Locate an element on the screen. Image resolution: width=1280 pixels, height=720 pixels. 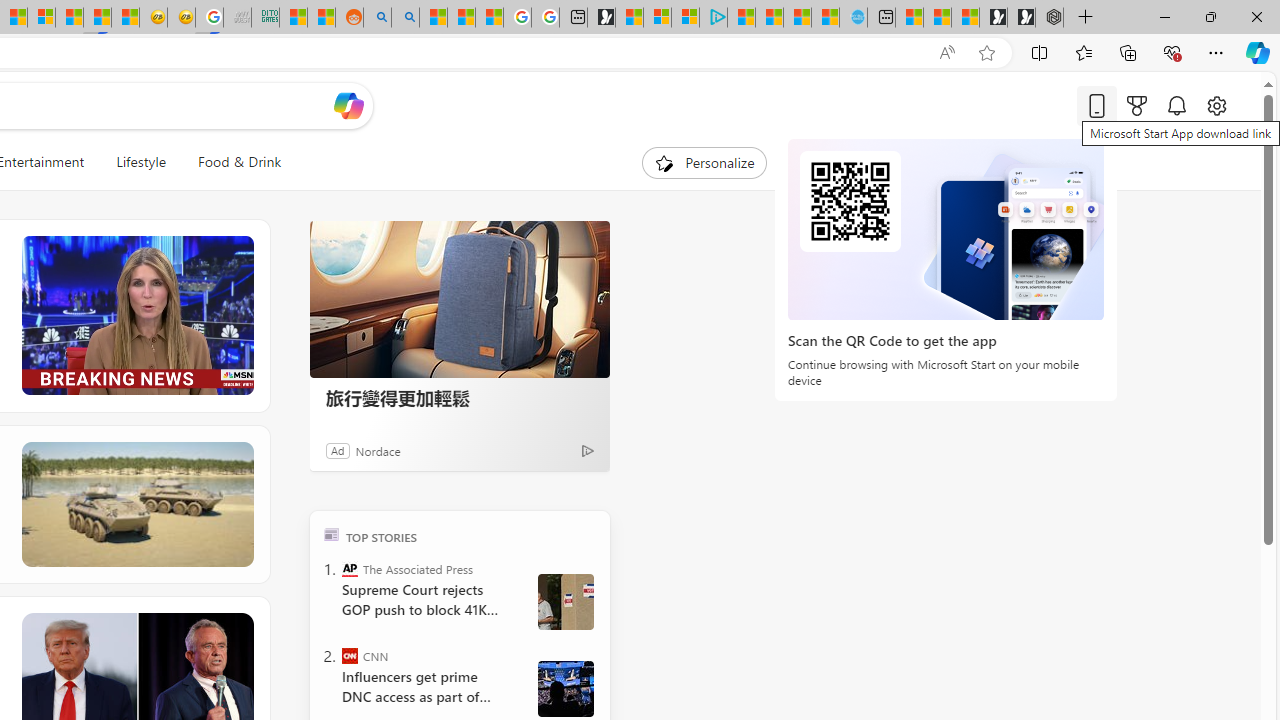
'Personalize' is located at coordinates (704, 162).